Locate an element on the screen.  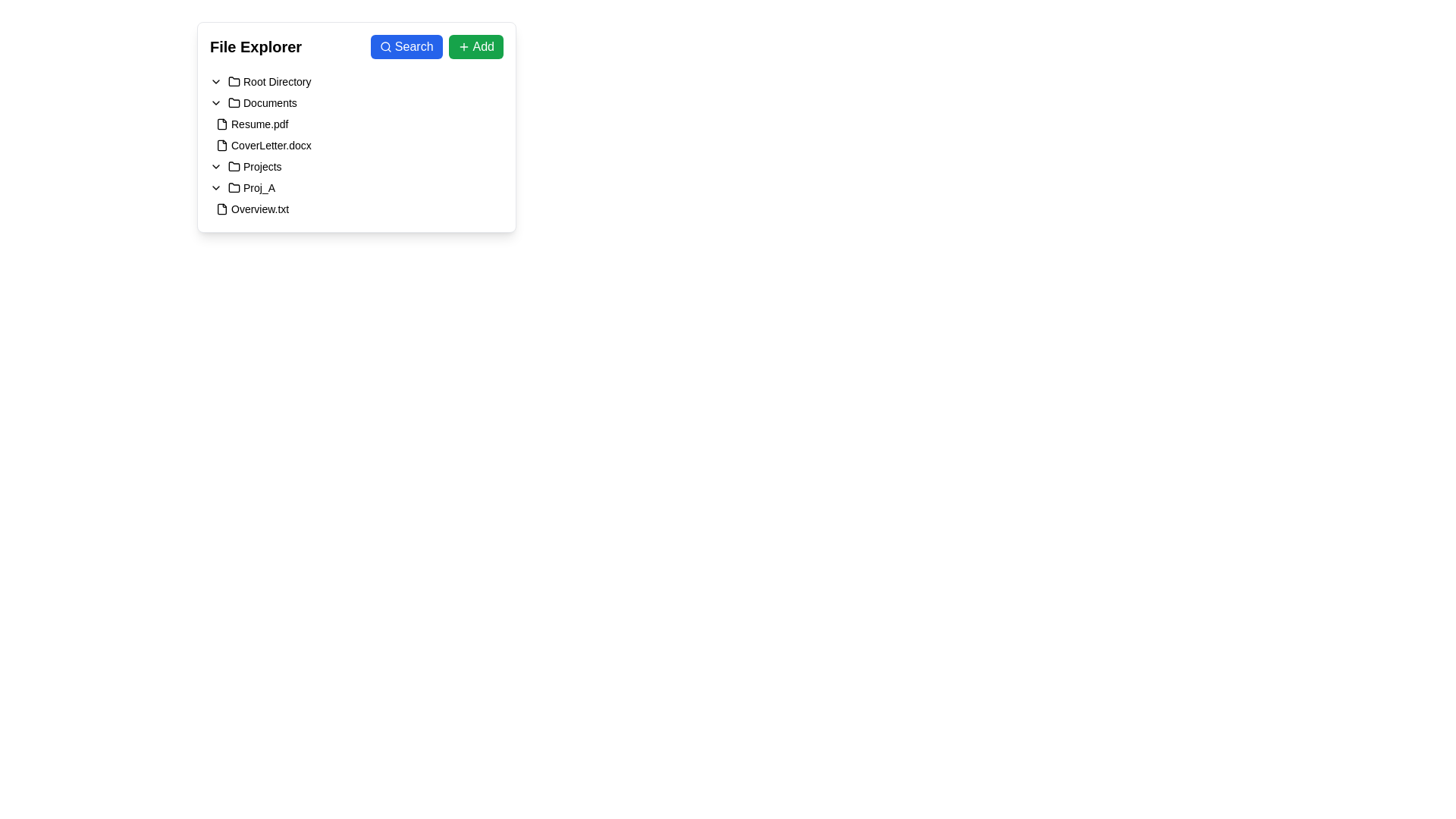
the first folder entry within the 'Projects' section of the file explorer is located at coordinates (356, 187).